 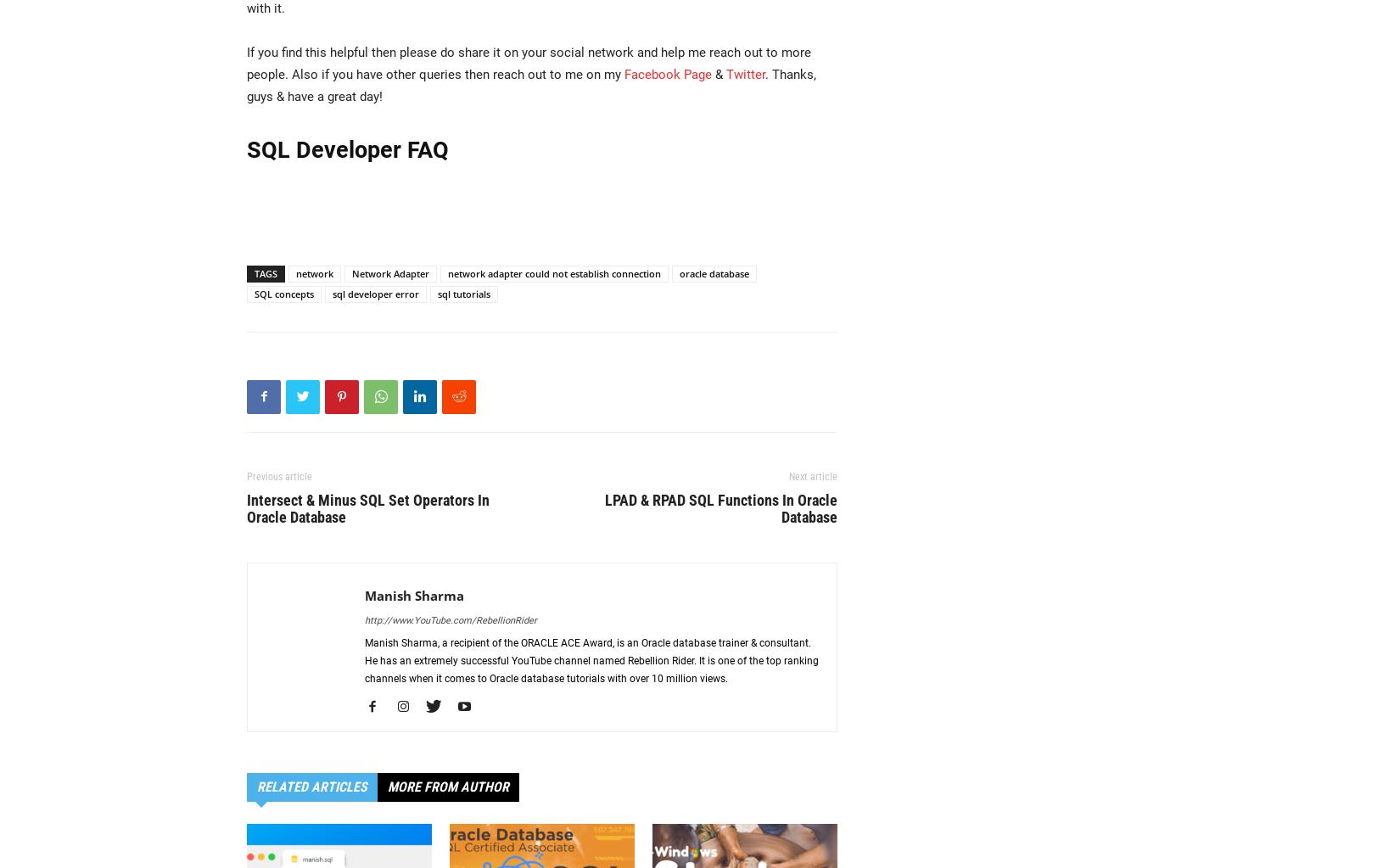 What do you see at coordinates (813, 476) in the screenshot?
I see `'Next article'` at bounding box center [813, 476].